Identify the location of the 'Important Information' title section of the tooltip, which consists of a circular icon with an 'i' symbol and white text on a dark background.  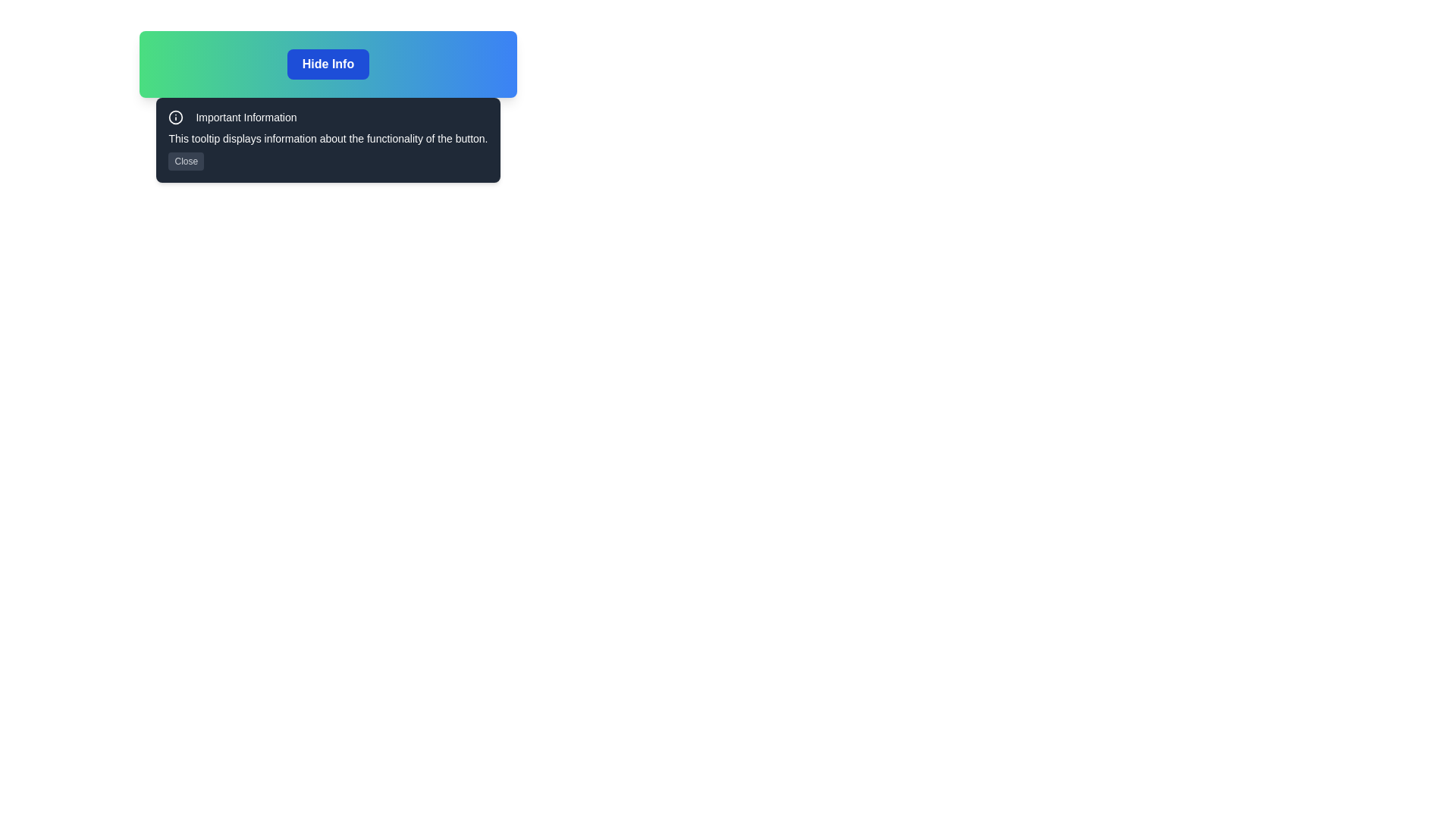
(232, 116).